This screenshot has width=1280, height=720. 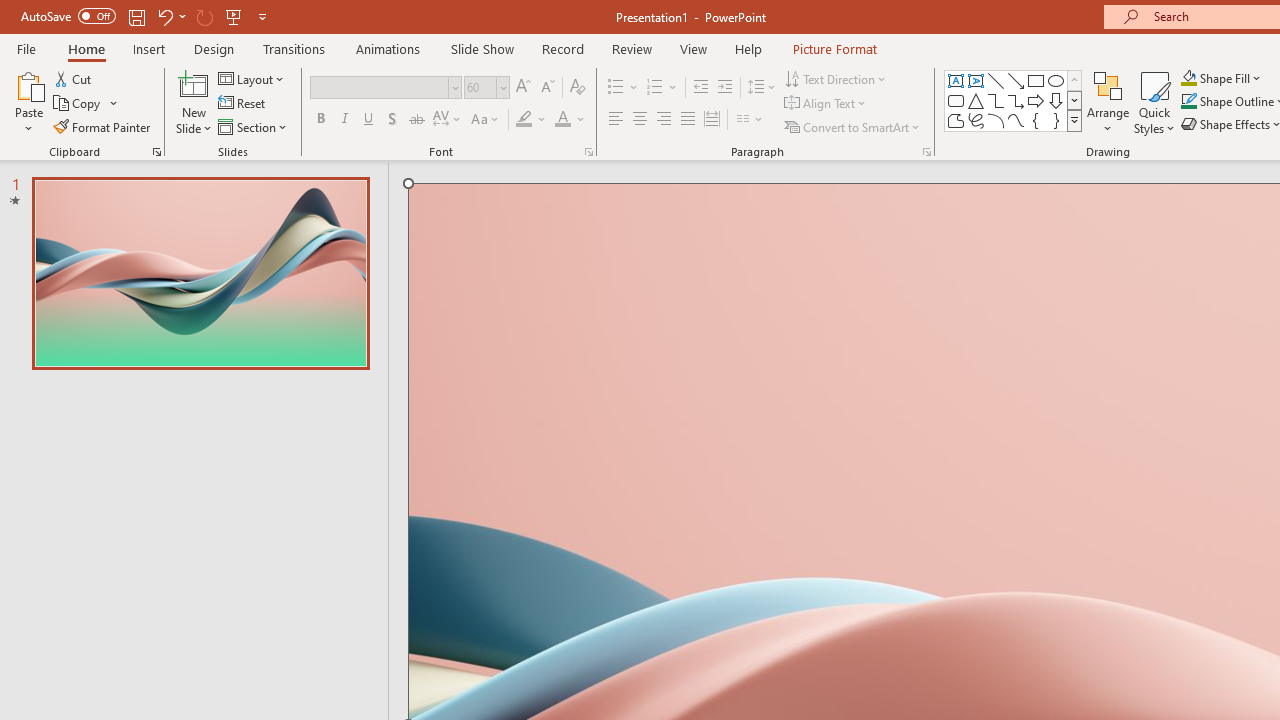 I want to click on 'Picture Format', so click(x=835, y=48).